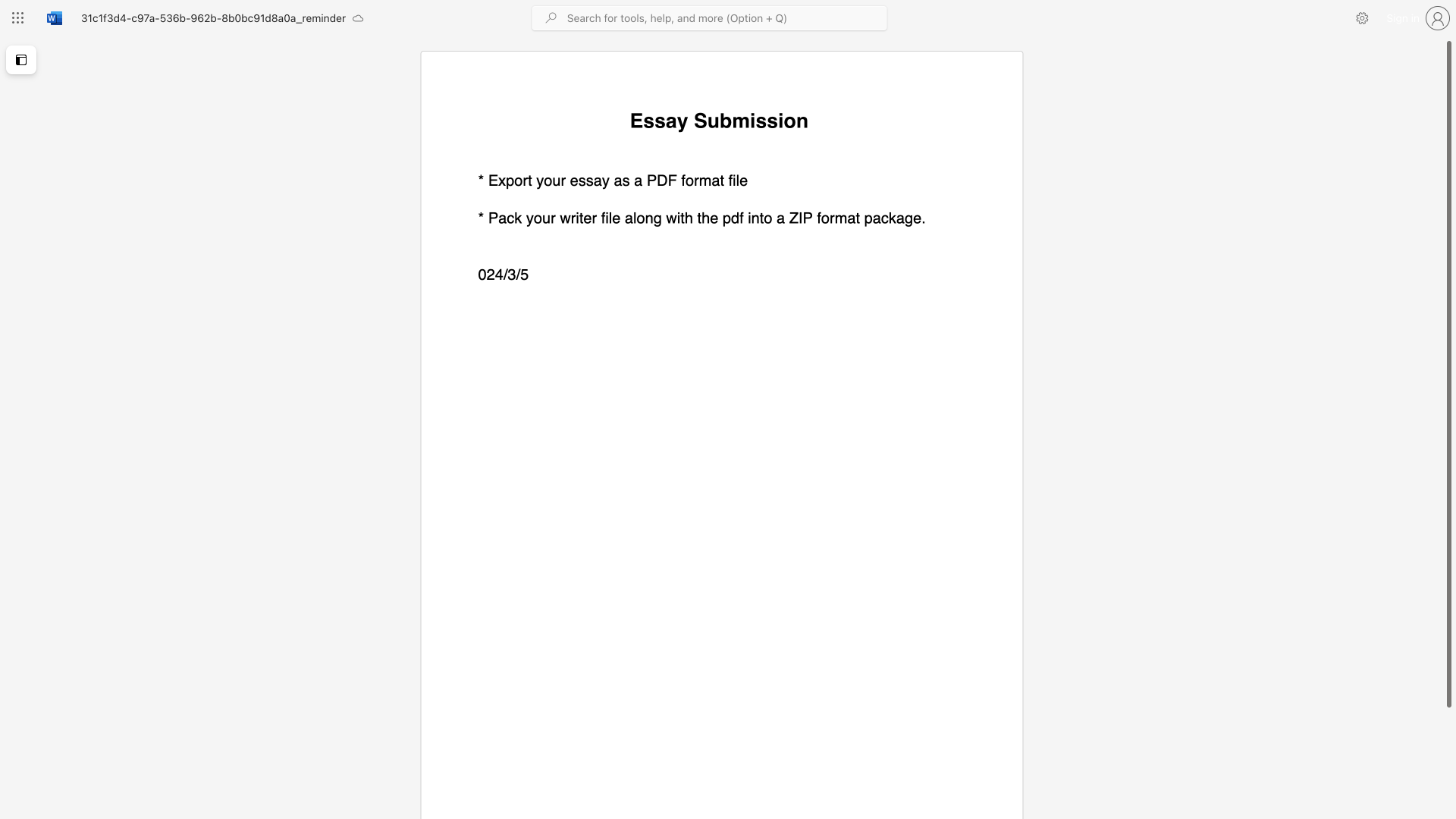 The image size is (1456, 819). What do you see at coordinates (698, 180) in the screenshot?
I see `the subset text "ma" within the text "a PDF format"` at bounding box center [698, 180].